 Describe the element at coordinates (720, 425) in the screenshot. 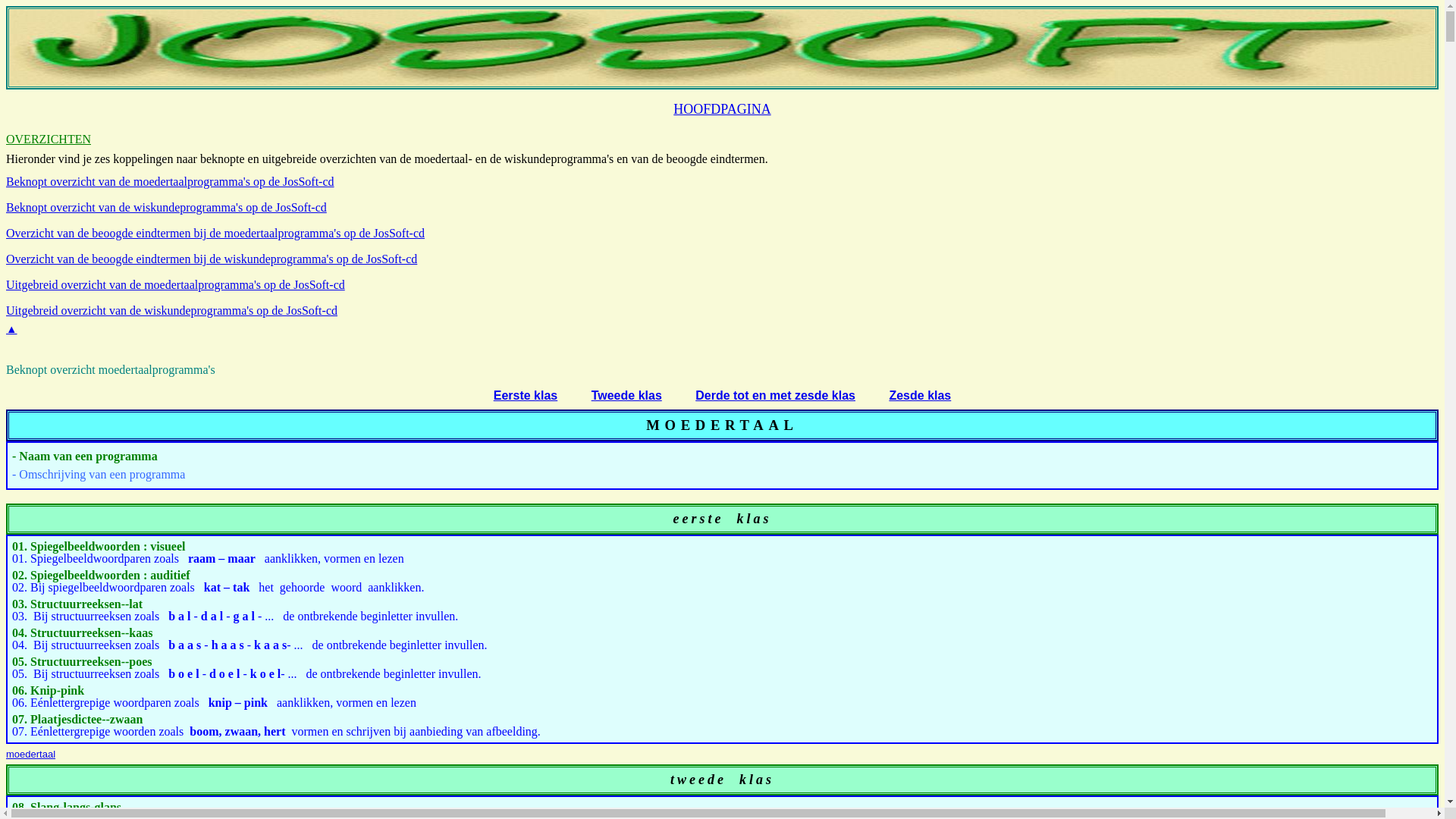

I see `'MOEDERTAAL'` at that location.